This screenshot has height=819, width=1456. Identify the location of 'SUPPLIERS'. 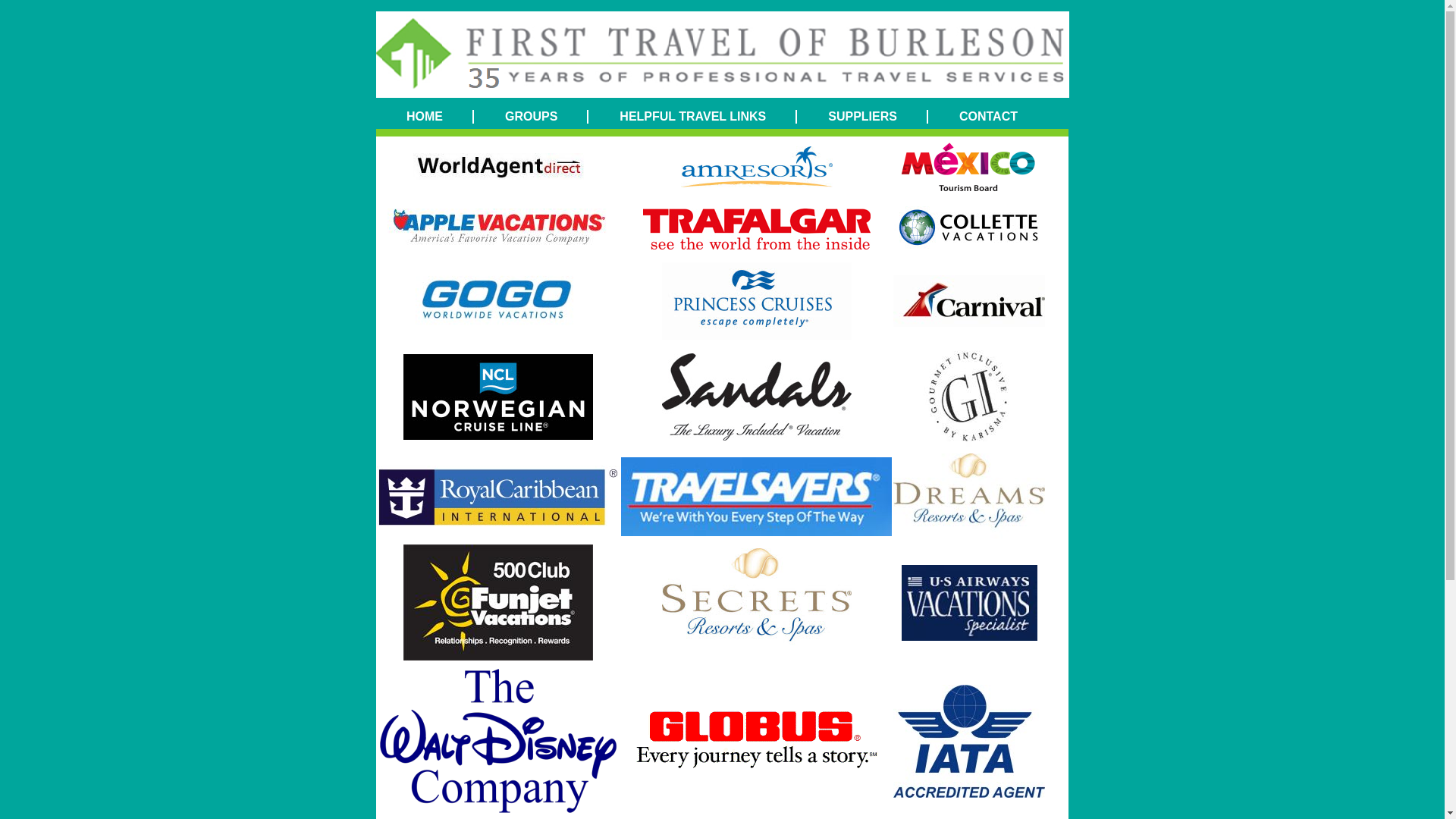
(862, 116).